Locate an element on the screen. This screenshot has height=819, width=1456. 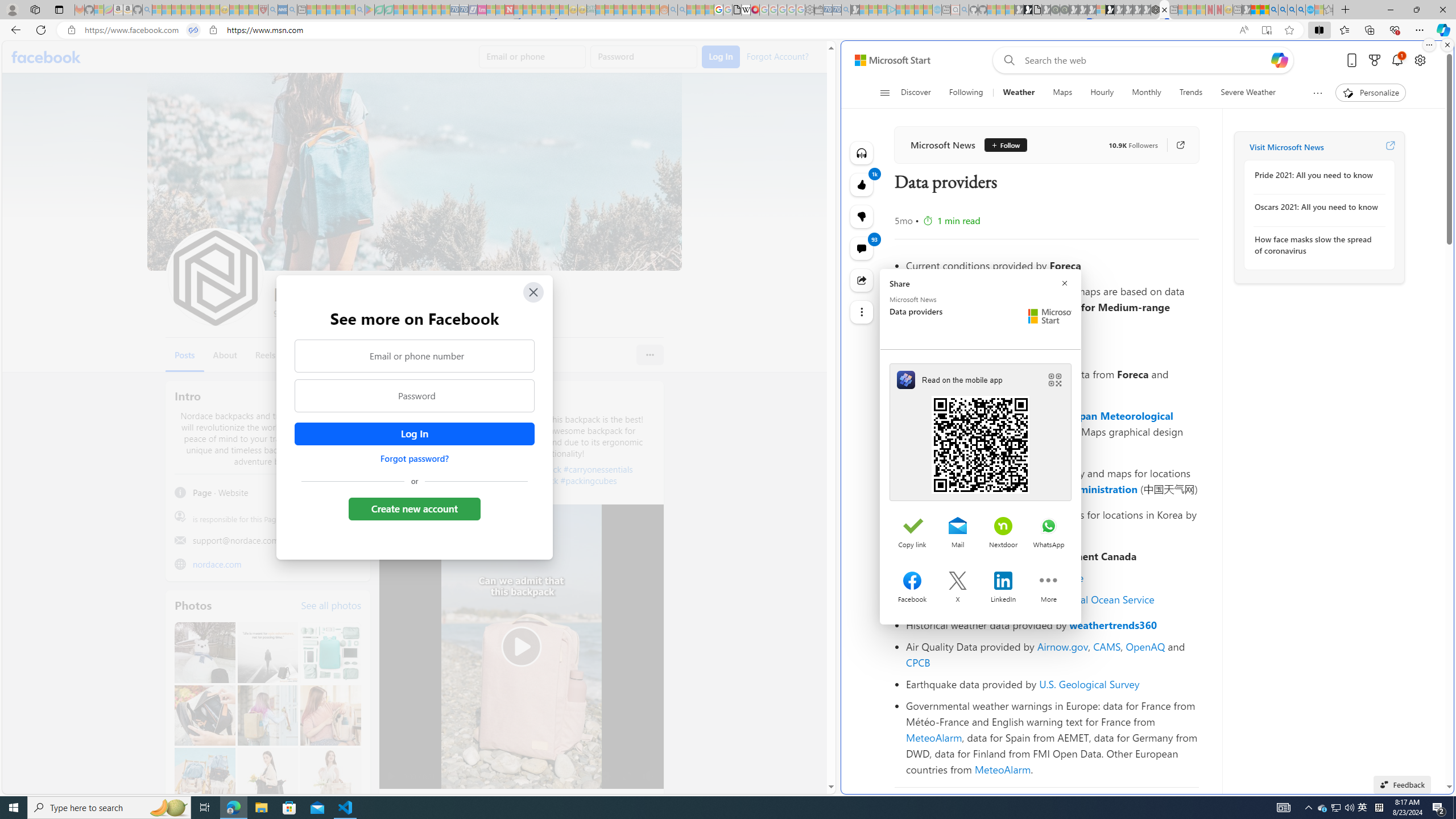
'Trends' is located at coordinates (1191, 92).